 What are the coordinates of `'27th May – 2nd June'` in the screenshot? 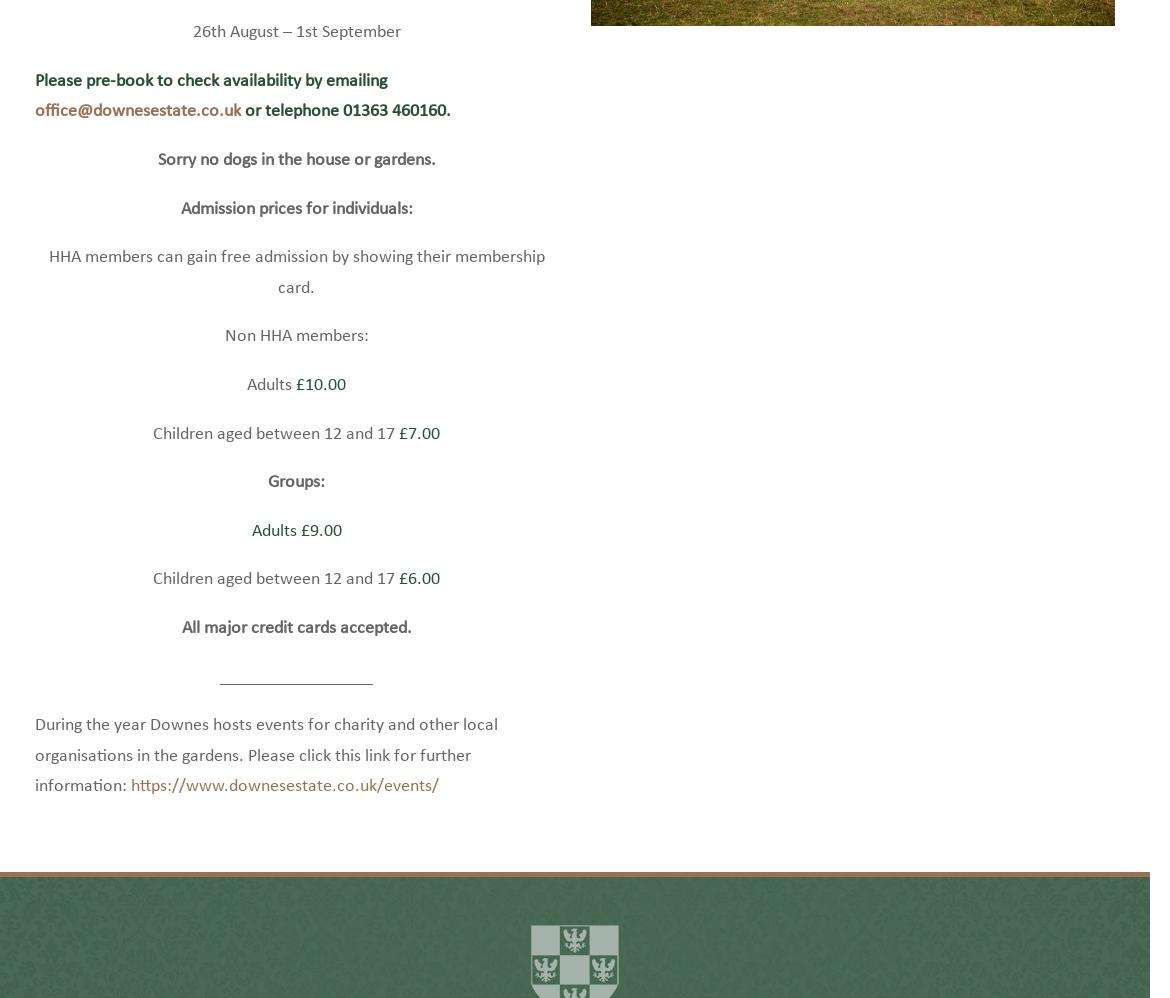 It's located at (295, 13).